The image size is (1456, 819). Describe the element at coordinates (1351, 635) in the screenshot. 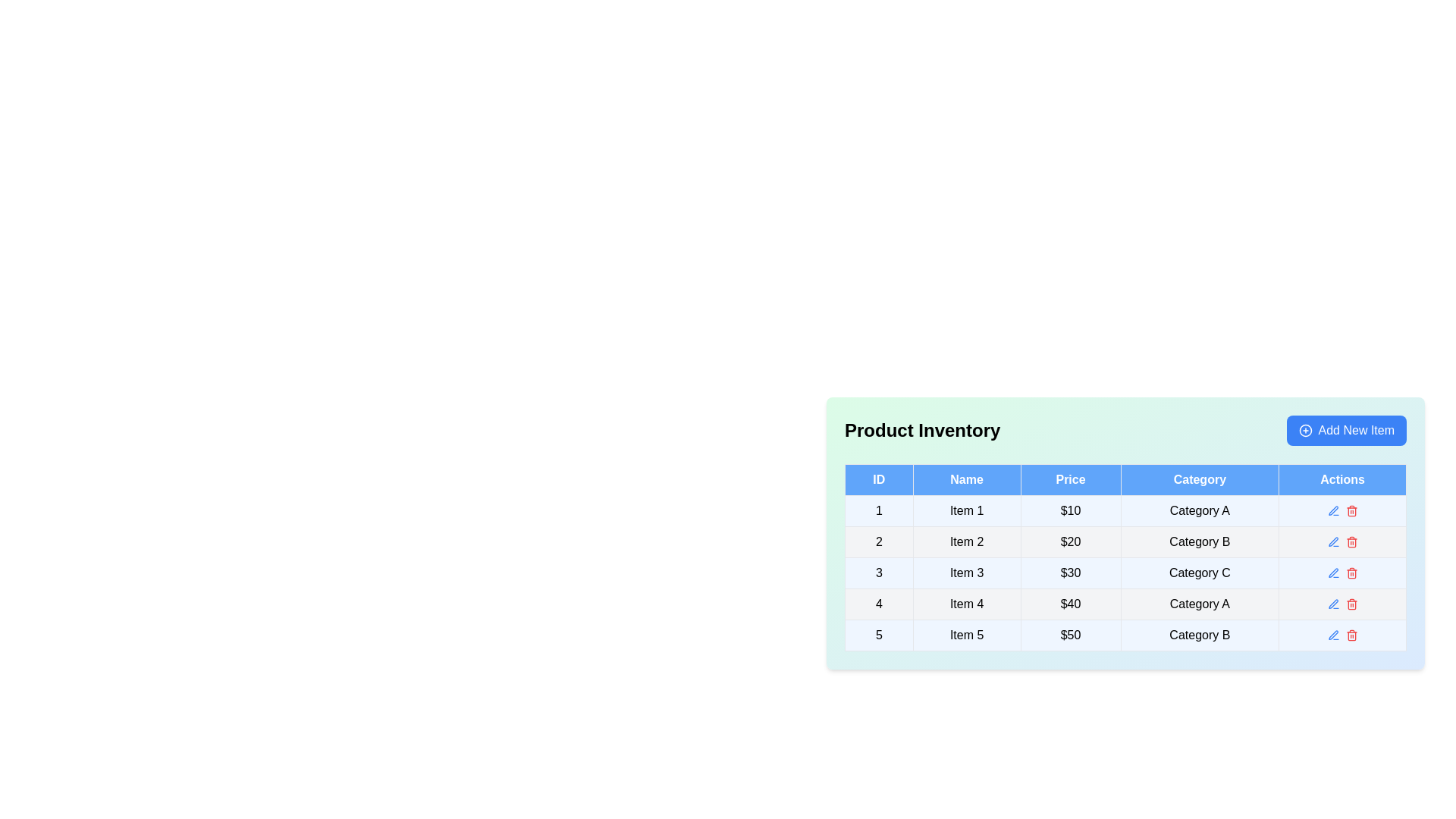

I see `the delete Icon button located in the 'Actions' column of the last row of the 'Product Inventory' table` at that location.